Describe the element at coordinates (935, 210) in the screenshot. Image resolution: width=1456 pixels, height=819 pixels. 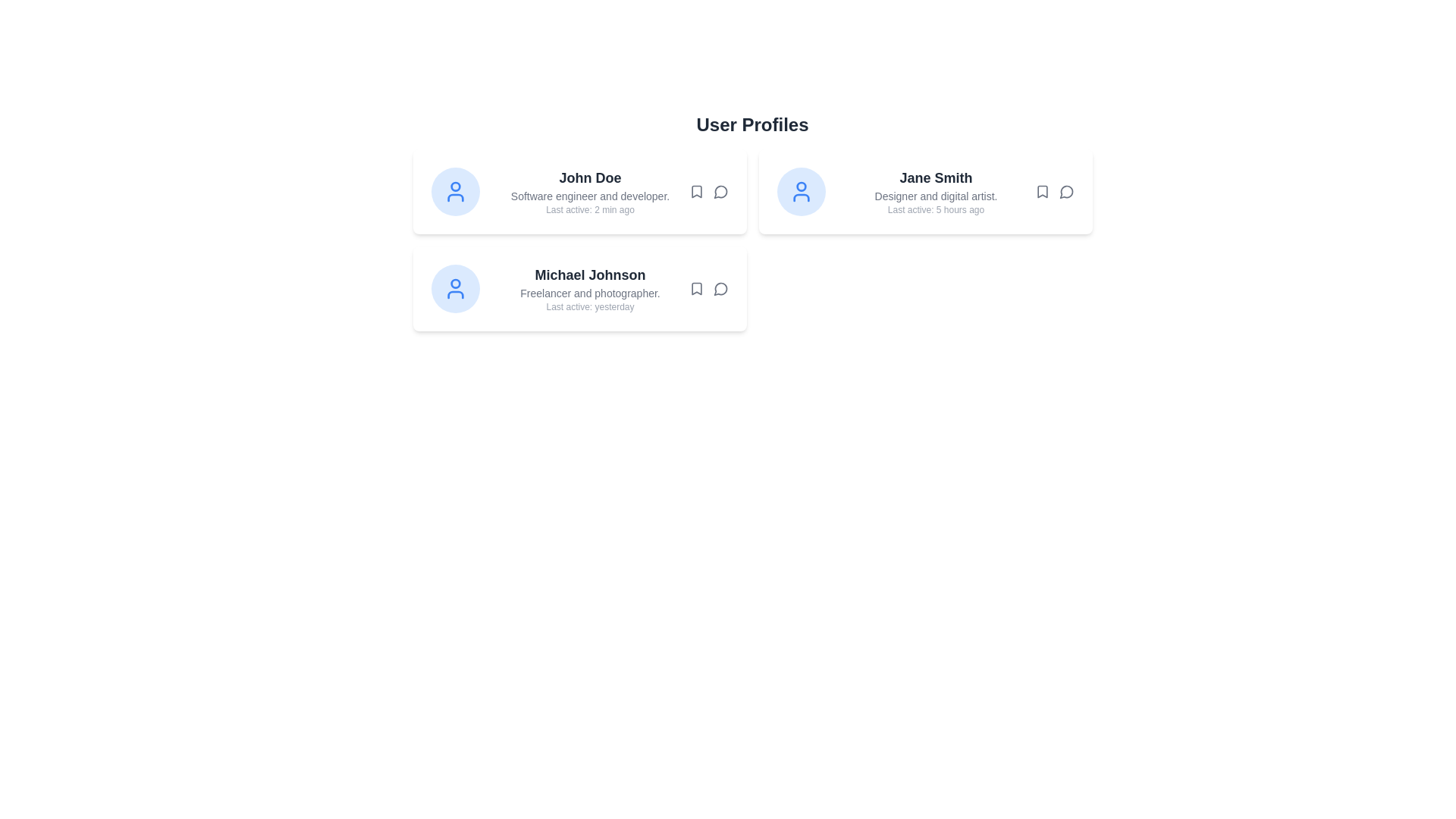
I see `the last activity time text element within Jane Smith's profile card, located below the description 'Designer and digital artist.'` at that location.